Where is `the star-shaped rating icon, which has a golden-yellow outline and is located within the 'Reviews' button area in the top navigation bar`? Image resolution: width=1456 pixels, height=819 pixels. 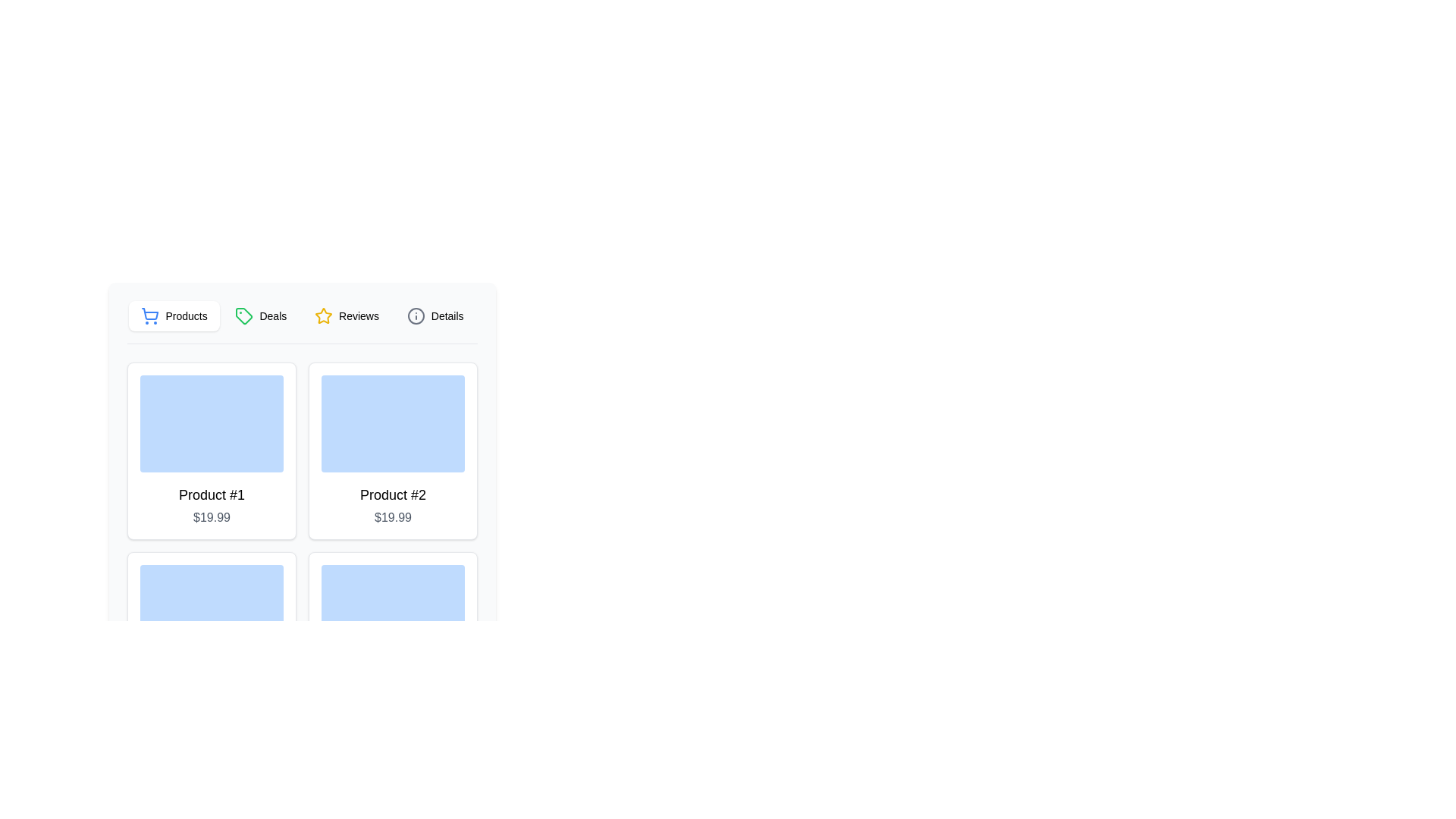 the star-shaped rating icon, which has a golden-yellow outline and is located within the 'Reviews' button area in the top navigation bar is located at coordinates (323, 315).